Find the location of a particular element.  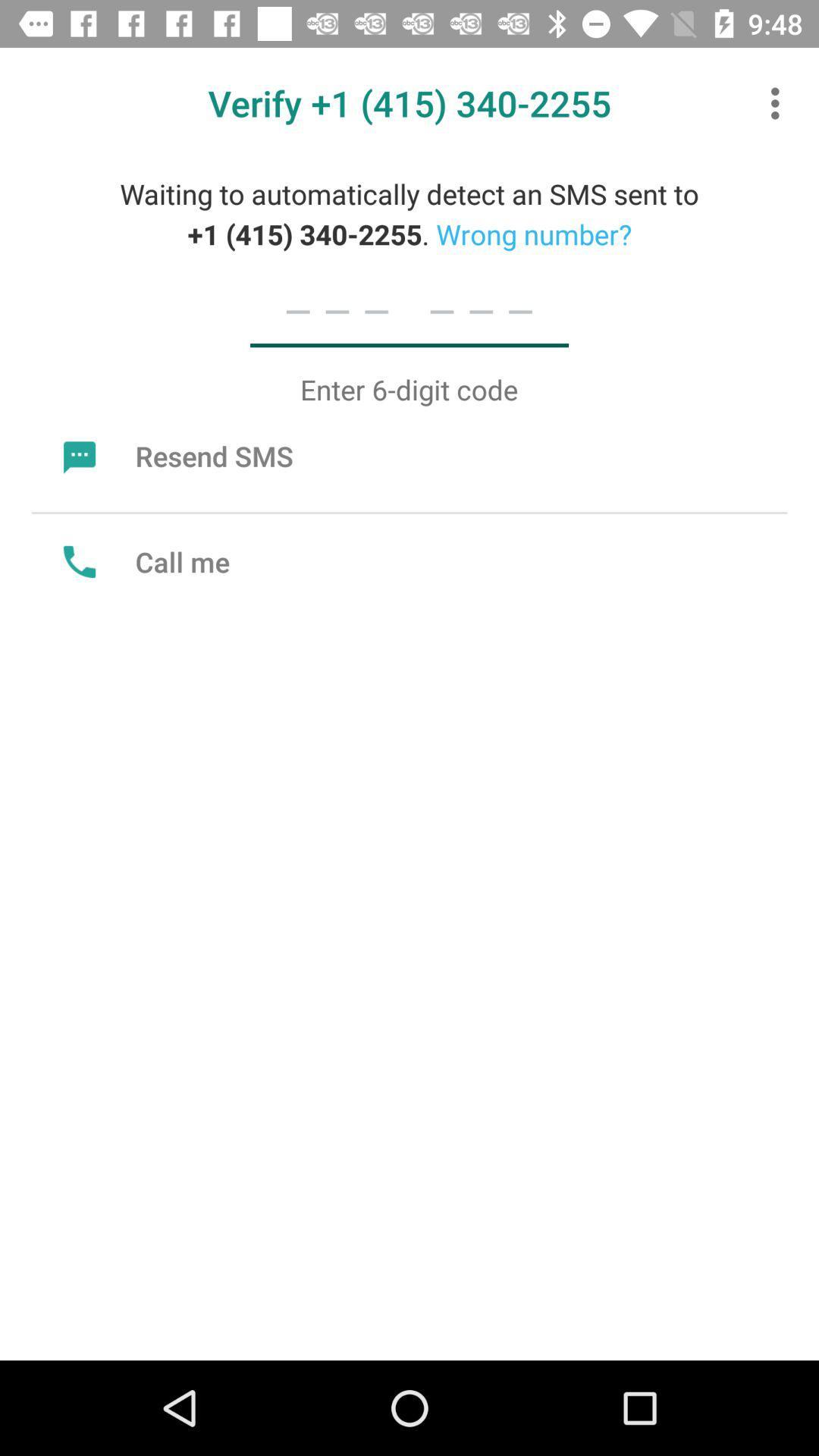

the icon below enter 6 digit is located at coordinates (174, 455).